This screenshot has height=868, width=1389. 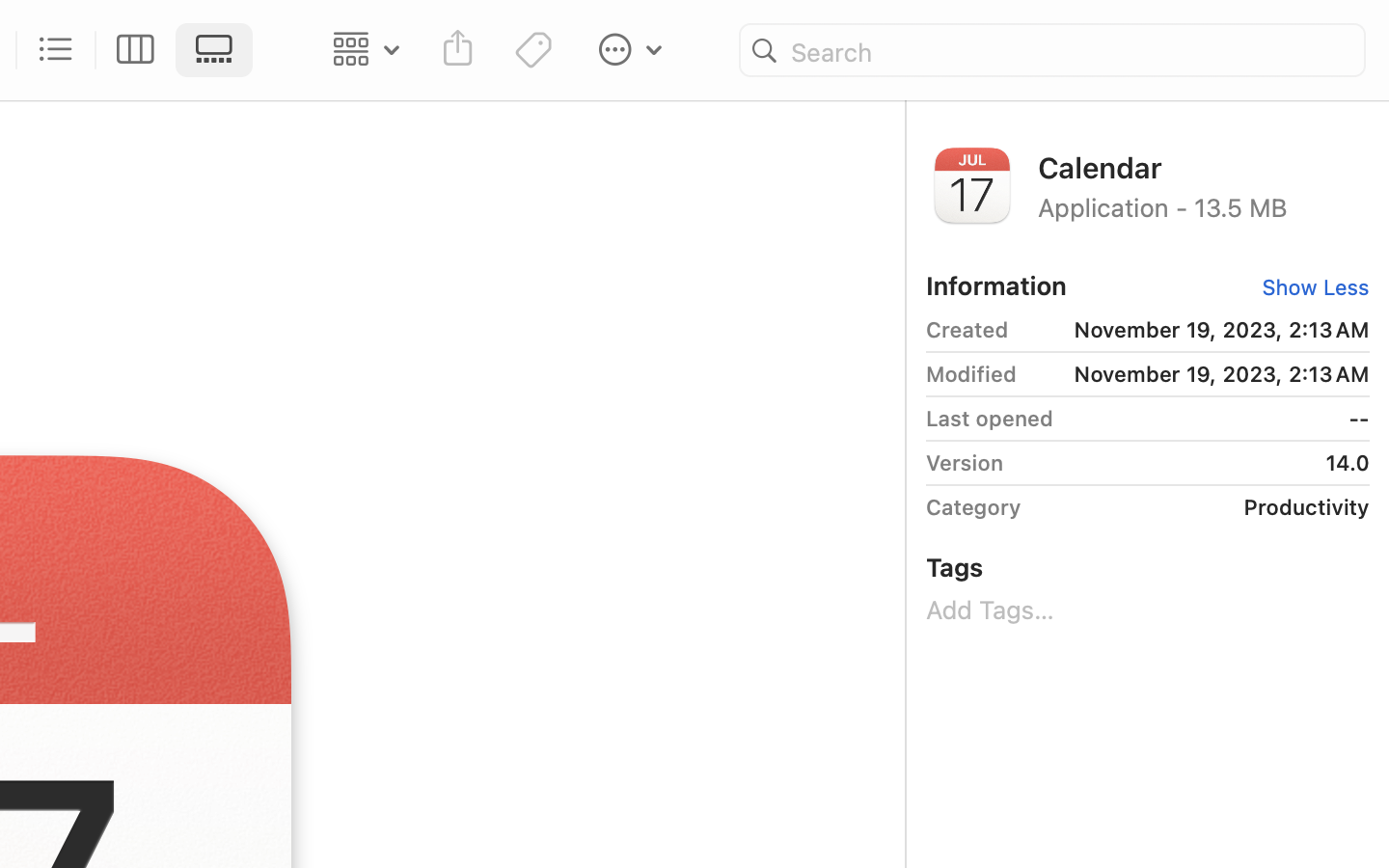 What do you see at coordinates (969, 373) in the screenshot?
I see `'Modified'` at bounding box center [969, 373].